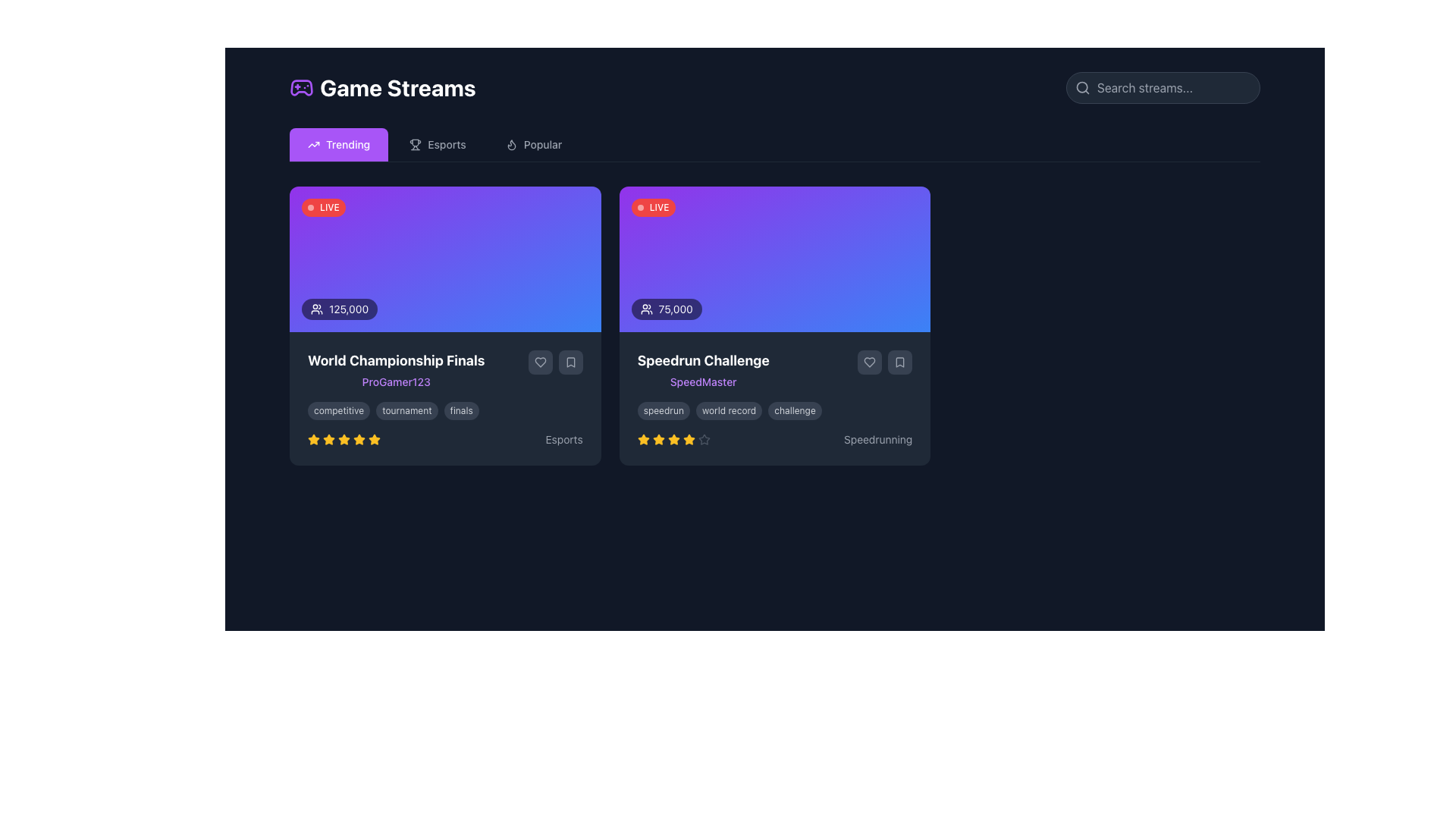  Describe the element at coordinates (540, 362) in the screenshot. I see `the second button from the left in the horizontal group at the bottom-right of the 'World Championship Finals' card` at that location.